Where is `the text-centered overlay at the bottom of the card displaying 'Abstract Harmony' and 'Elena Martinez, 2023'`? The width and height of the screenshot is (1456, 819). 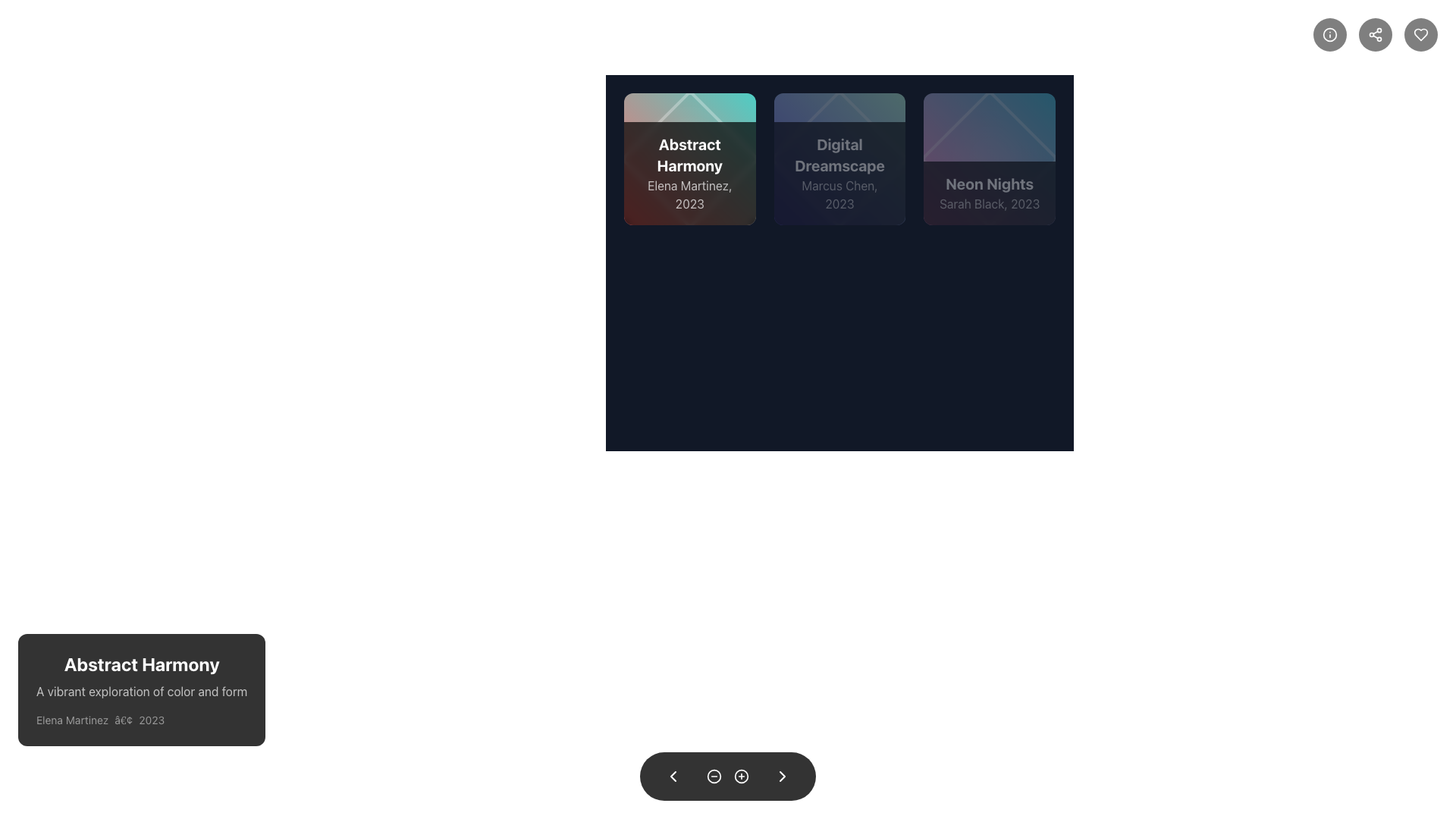
the text-centered overlay at the bottom of the card displaying 'Abstract Harmony' and 'Elena Martinez, 2023' is located at coordinates (689, 172).